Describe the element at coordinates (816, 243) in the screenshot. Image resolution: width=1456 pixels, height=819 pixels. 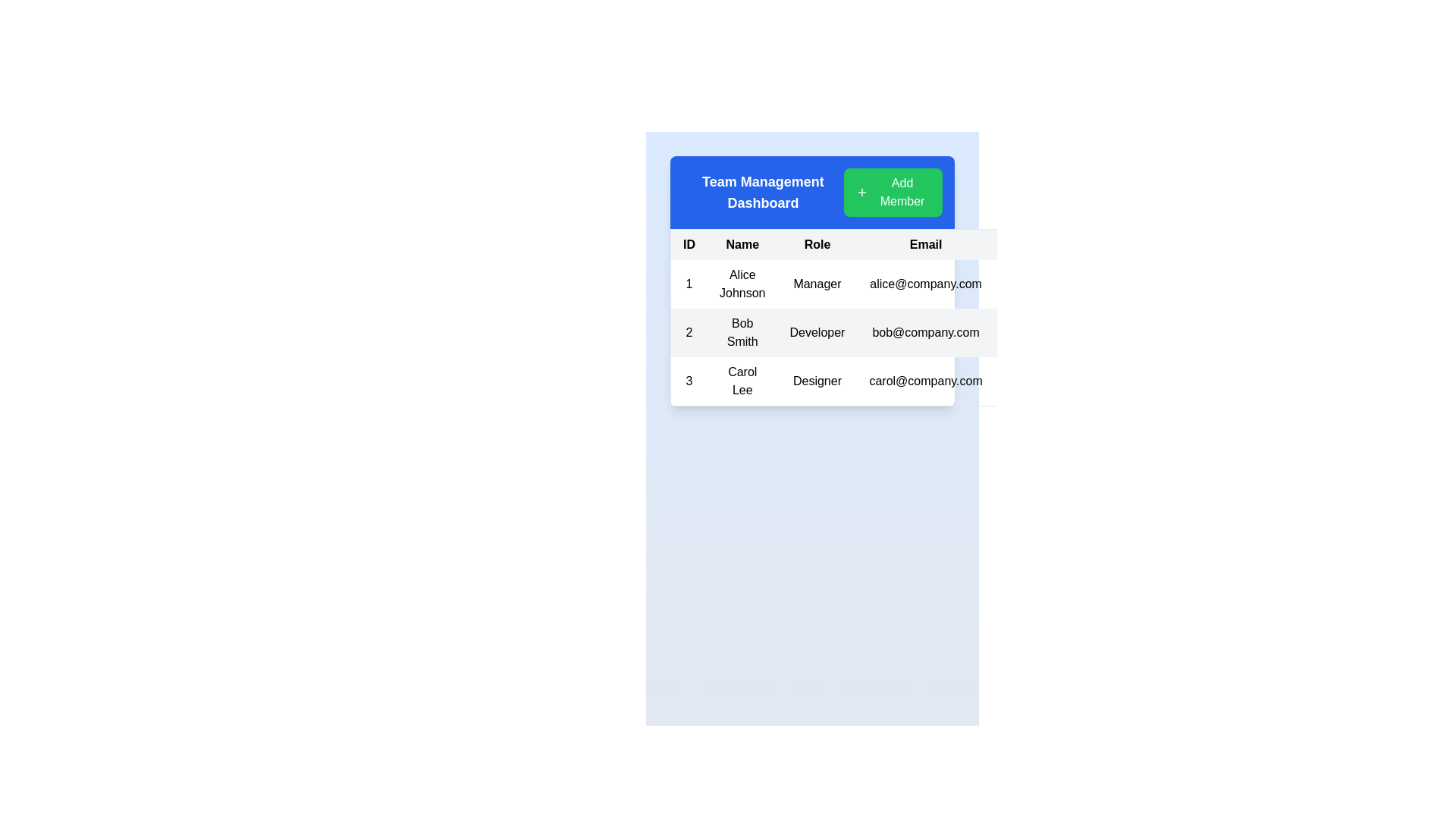
I see `the 'Role' text label in the table header, which is the third column between 'Name' and 'Email', styled with a bold black typeface on a gray background` at that location.